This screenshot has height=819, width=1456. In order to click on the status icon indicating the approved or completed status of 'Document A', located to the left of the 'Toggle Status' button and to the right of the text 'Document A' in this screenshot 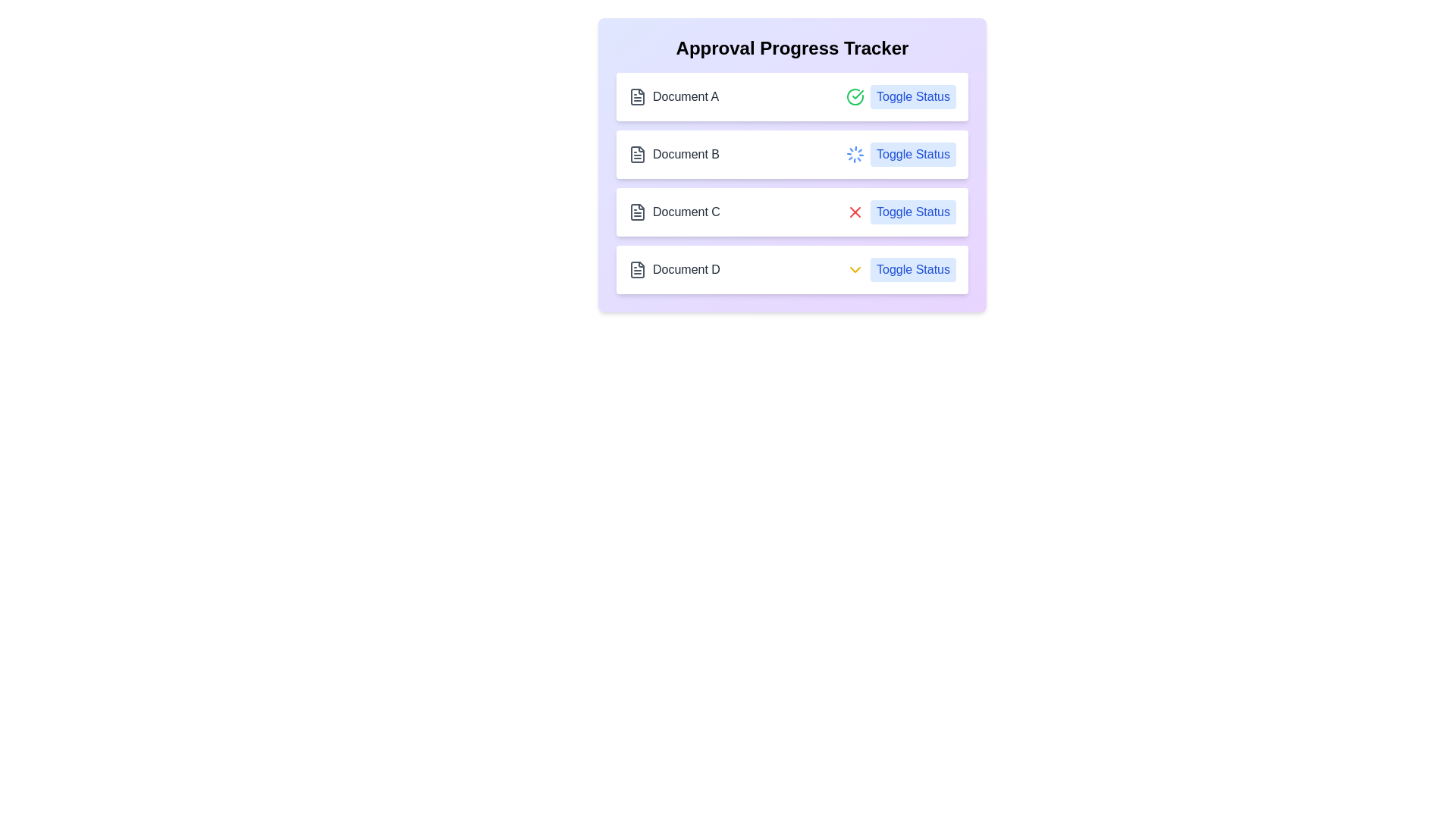, I will do `click(855, 96)`.